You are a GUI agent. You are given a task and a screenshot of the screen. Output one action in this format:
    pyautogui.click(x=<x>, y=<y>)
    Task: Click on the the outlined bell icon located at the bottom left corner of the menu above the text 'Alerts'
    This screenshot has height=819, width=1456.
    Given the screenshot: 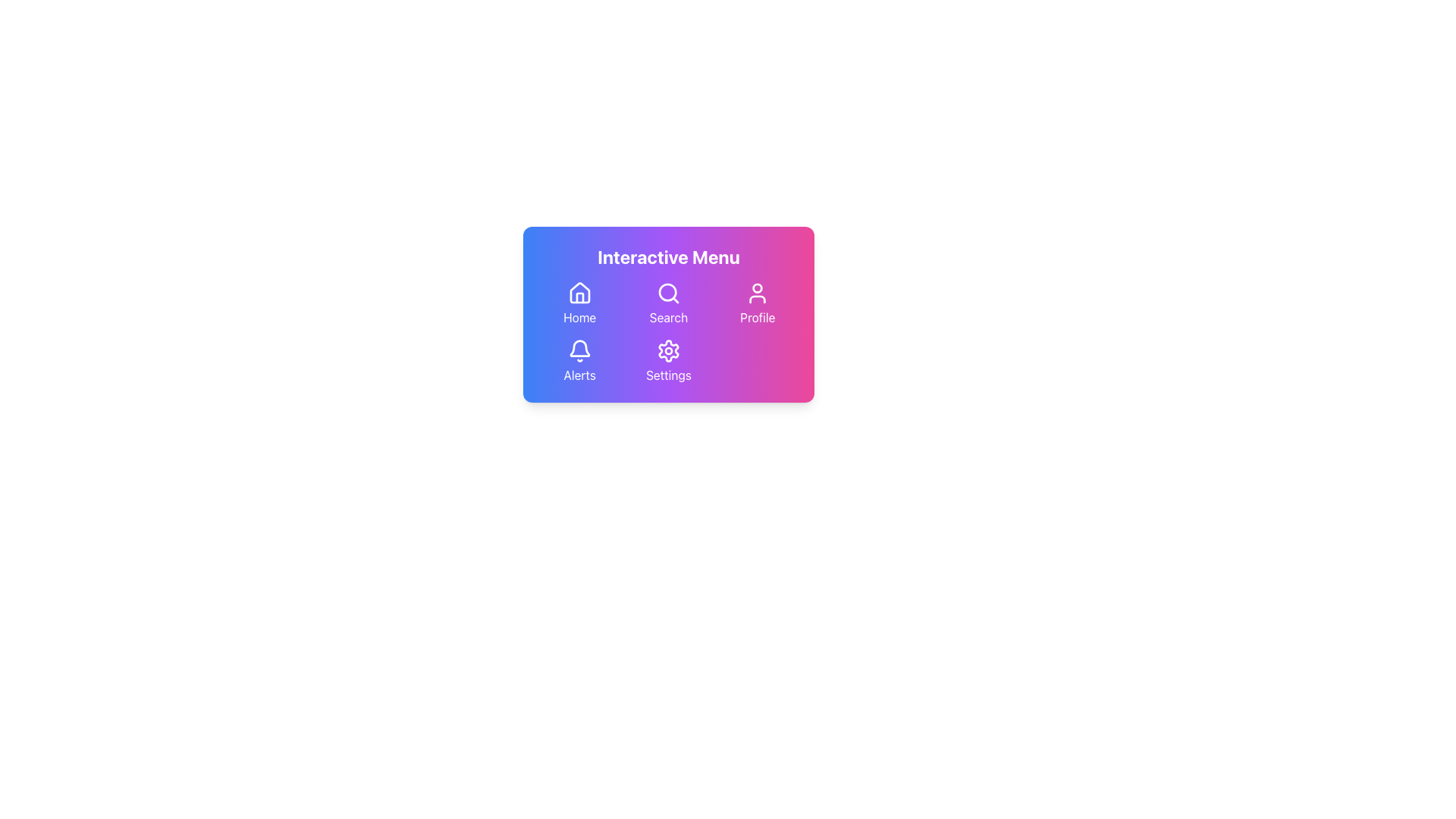 What is the action you would take?
    pyautogui.click(x=579, y=350)
    